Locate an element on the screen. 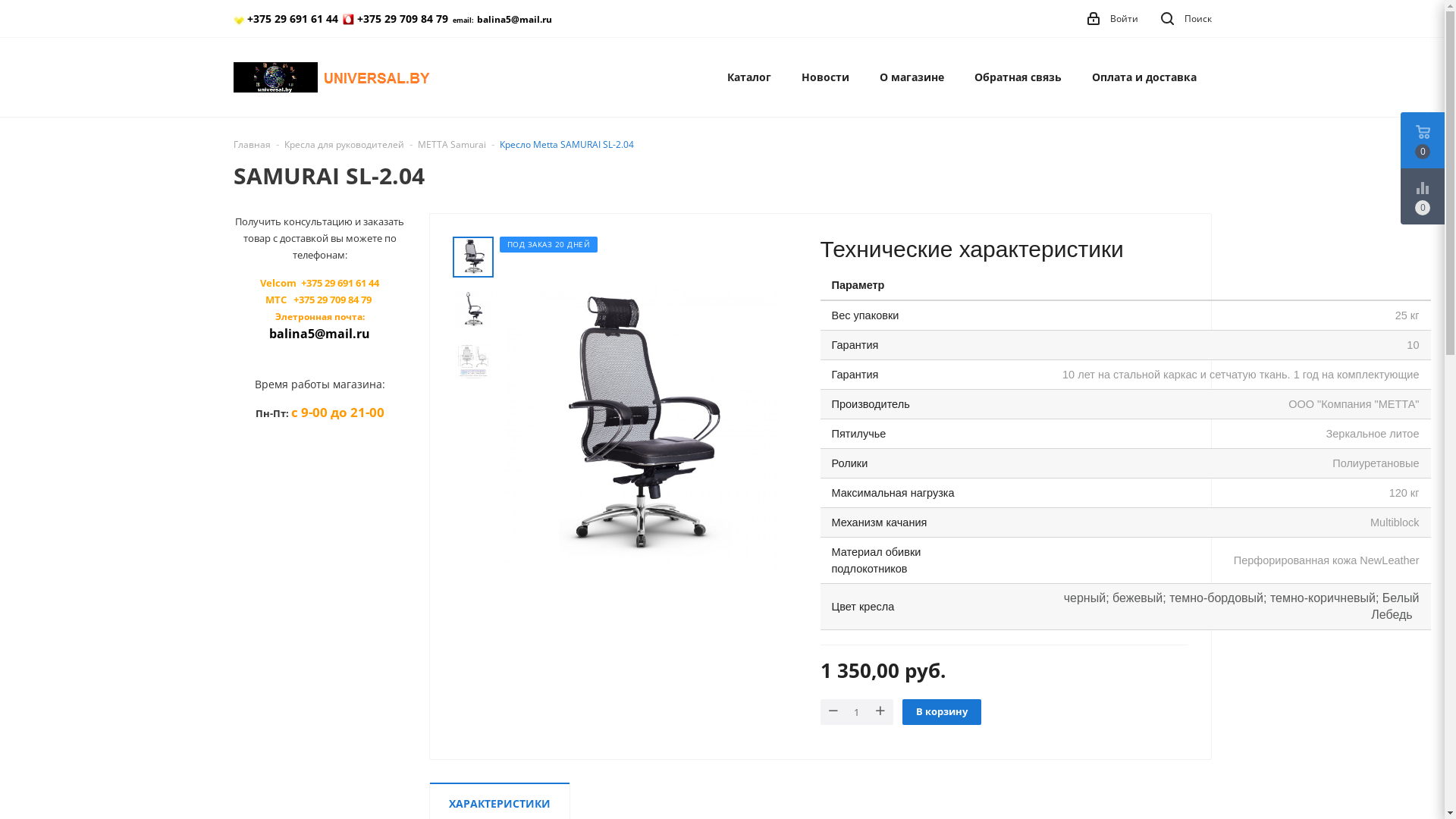  'balina5@mail.ru' is located at coordinates (475, 19).